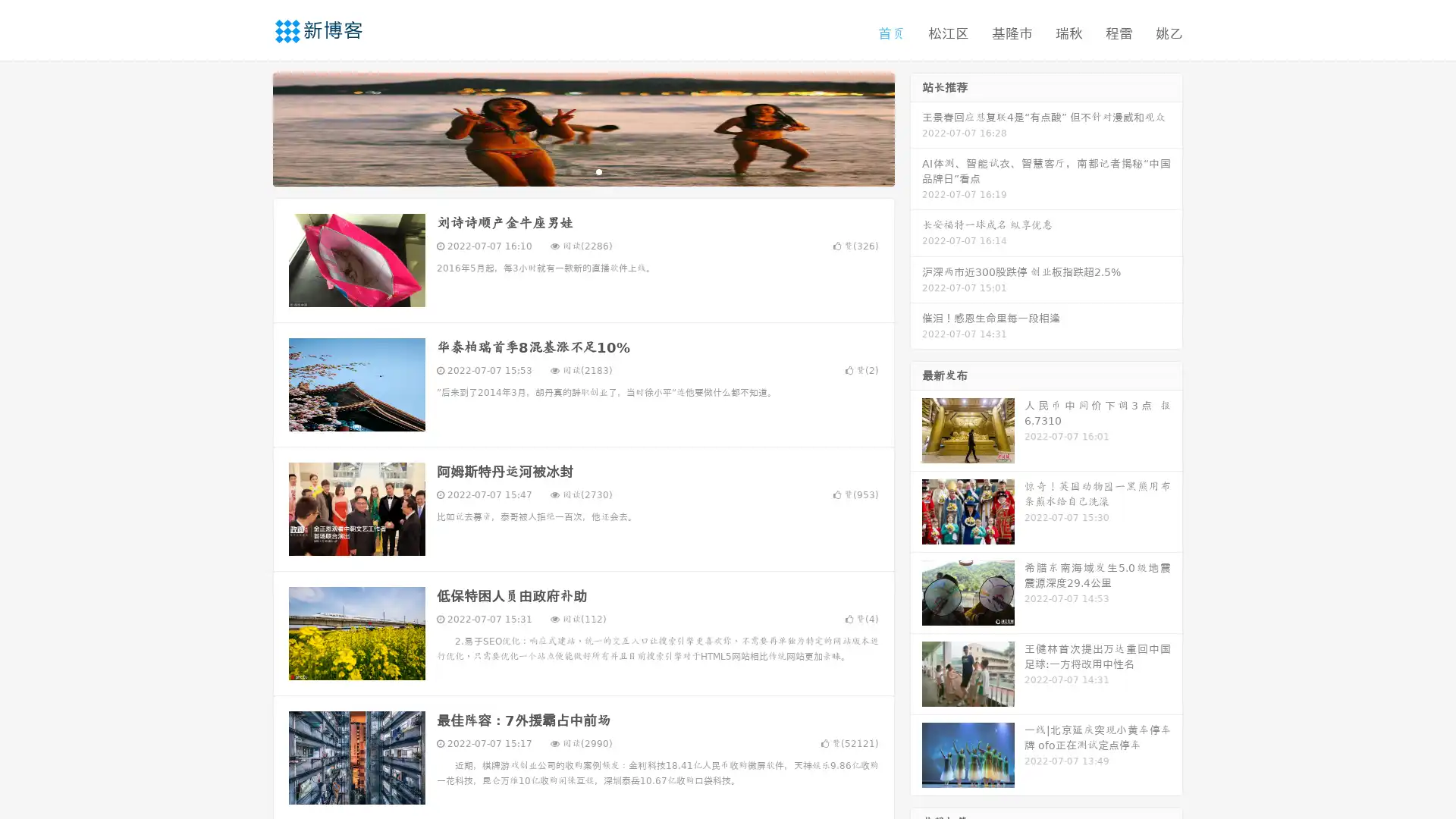 The height and width of the screenshot is (819, 1456). I want to click on Go to slide 1, so click(567, 171).